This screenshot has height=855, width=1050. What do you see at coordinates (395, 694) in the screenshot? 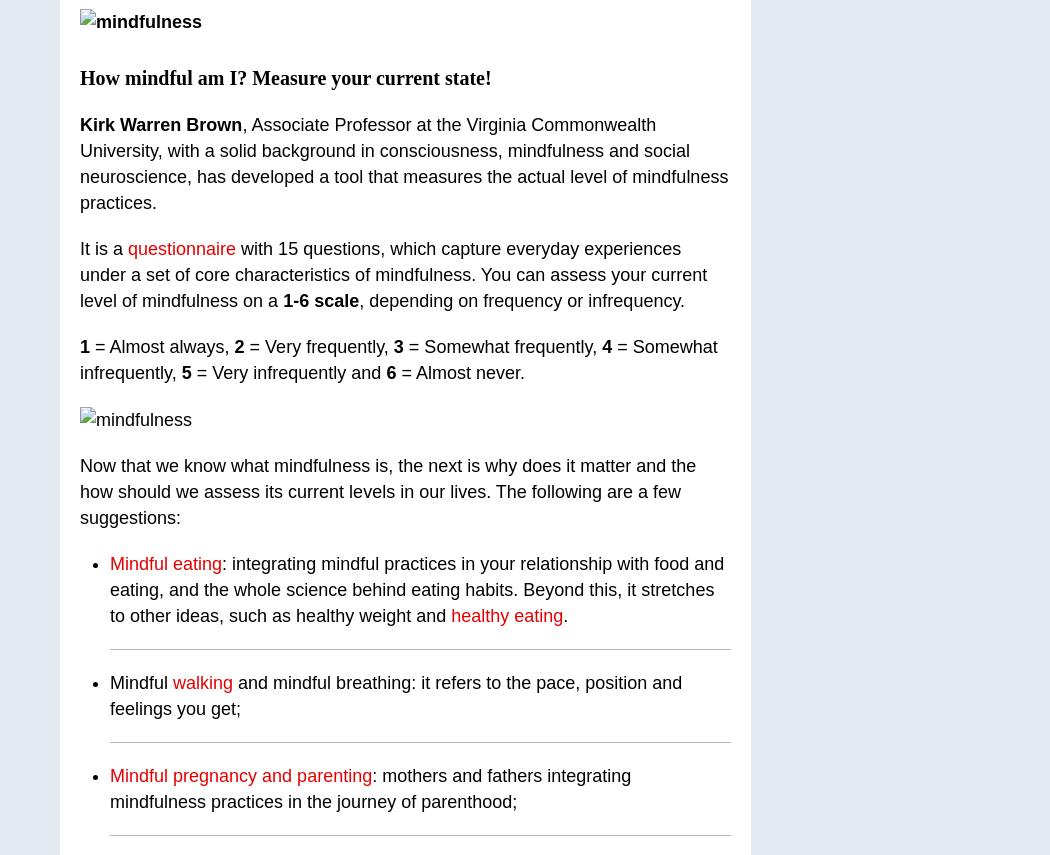
I see `'and mindful breathing: it refers to the pace, position and feelings you get;'` at bounding box center [395, 694].